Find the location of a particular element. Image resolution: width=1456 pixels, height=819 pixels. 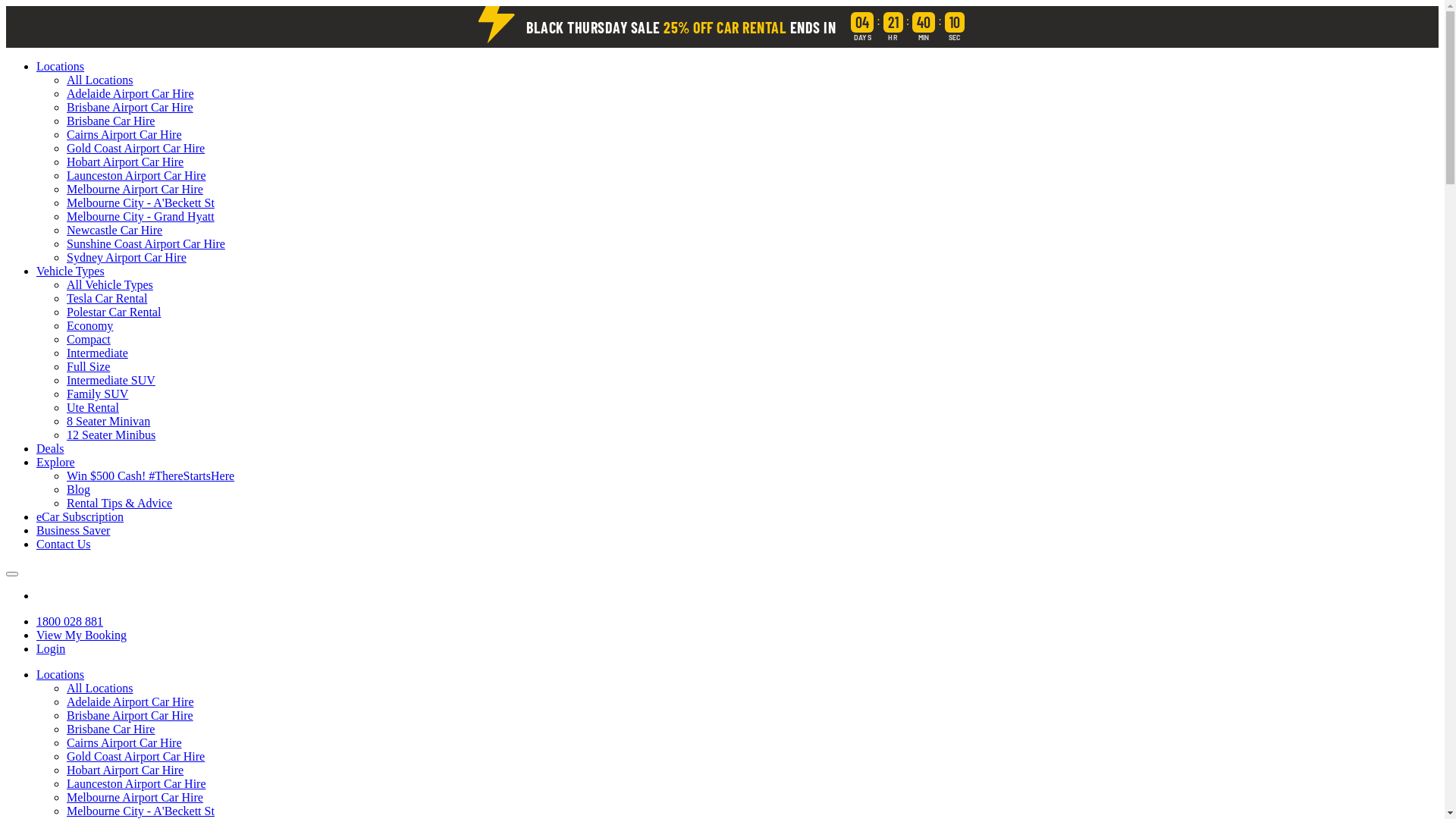

'Deals' is located at coordinates (50, 447).